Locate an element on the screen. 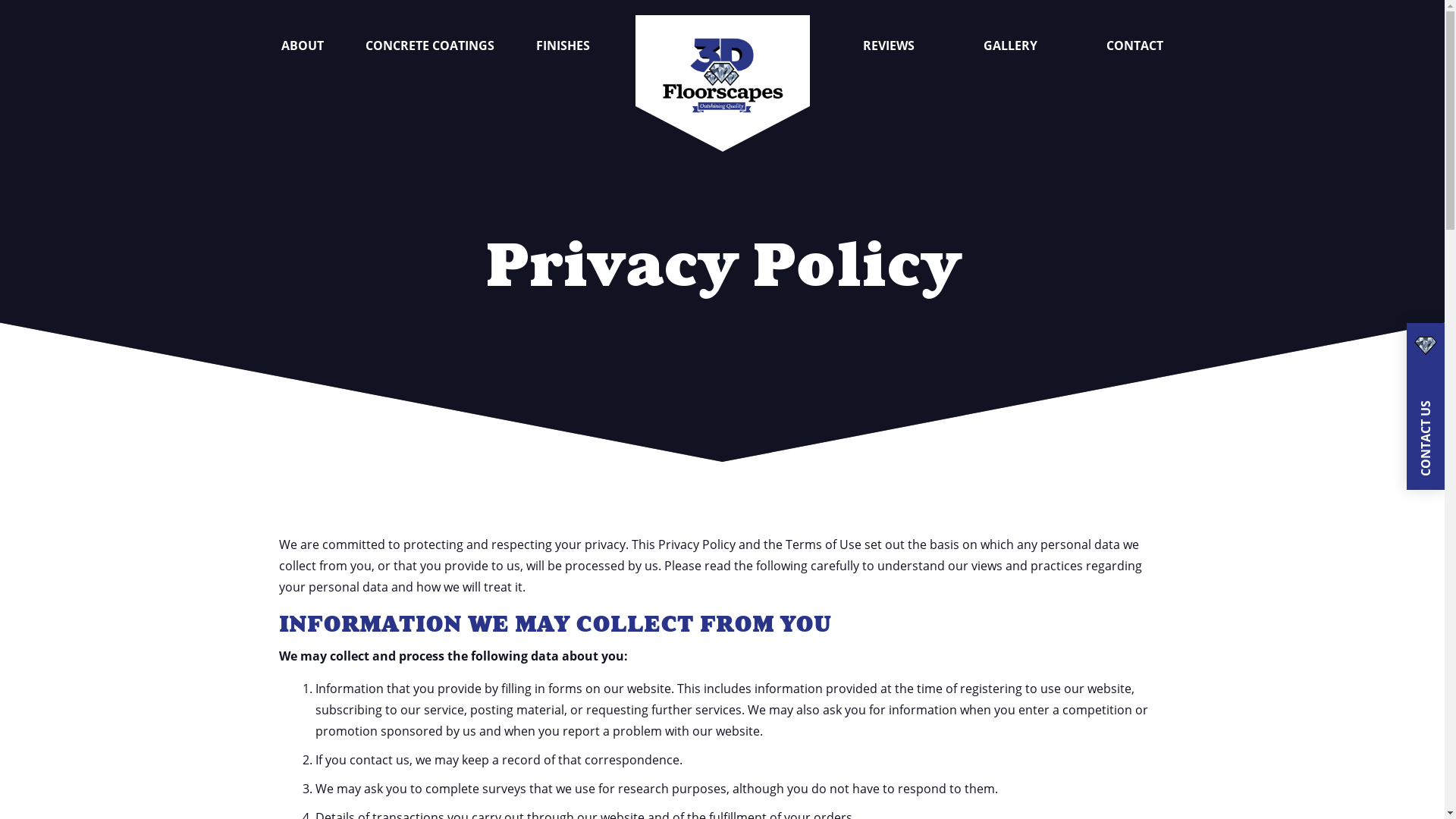 The width and height of the screenshot is (1456, 819). 'ABOUT' is located at coordinates (269, 45).